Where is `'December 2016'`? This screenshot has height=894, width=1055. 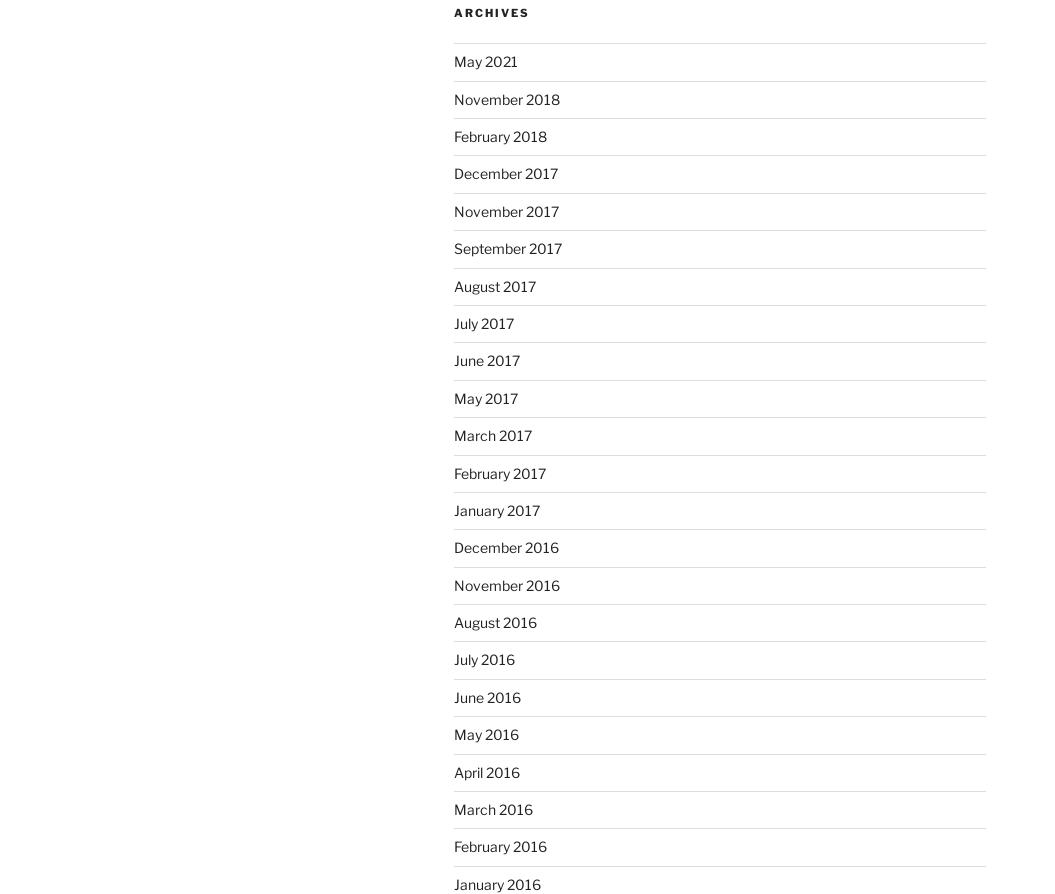
'December 2016' is located at coordinates (506, 547).